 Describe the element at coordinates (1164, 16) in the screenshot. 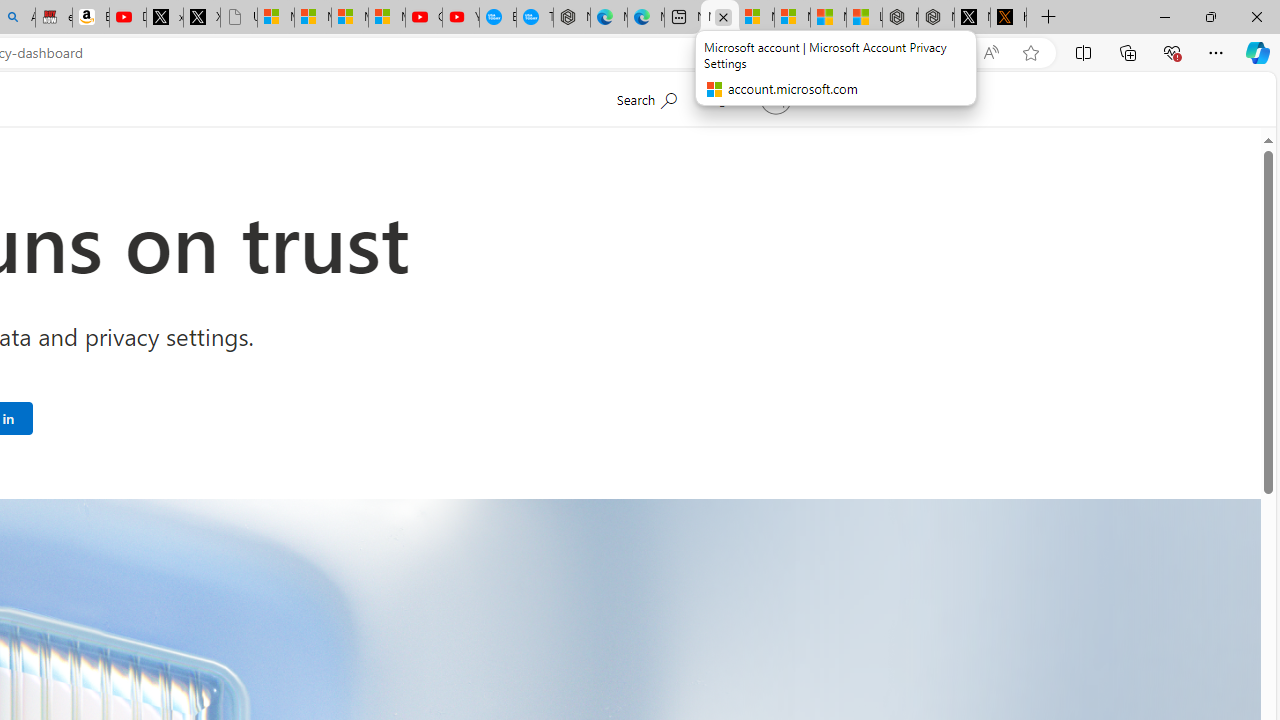

I see `'Minimize'` at that location.